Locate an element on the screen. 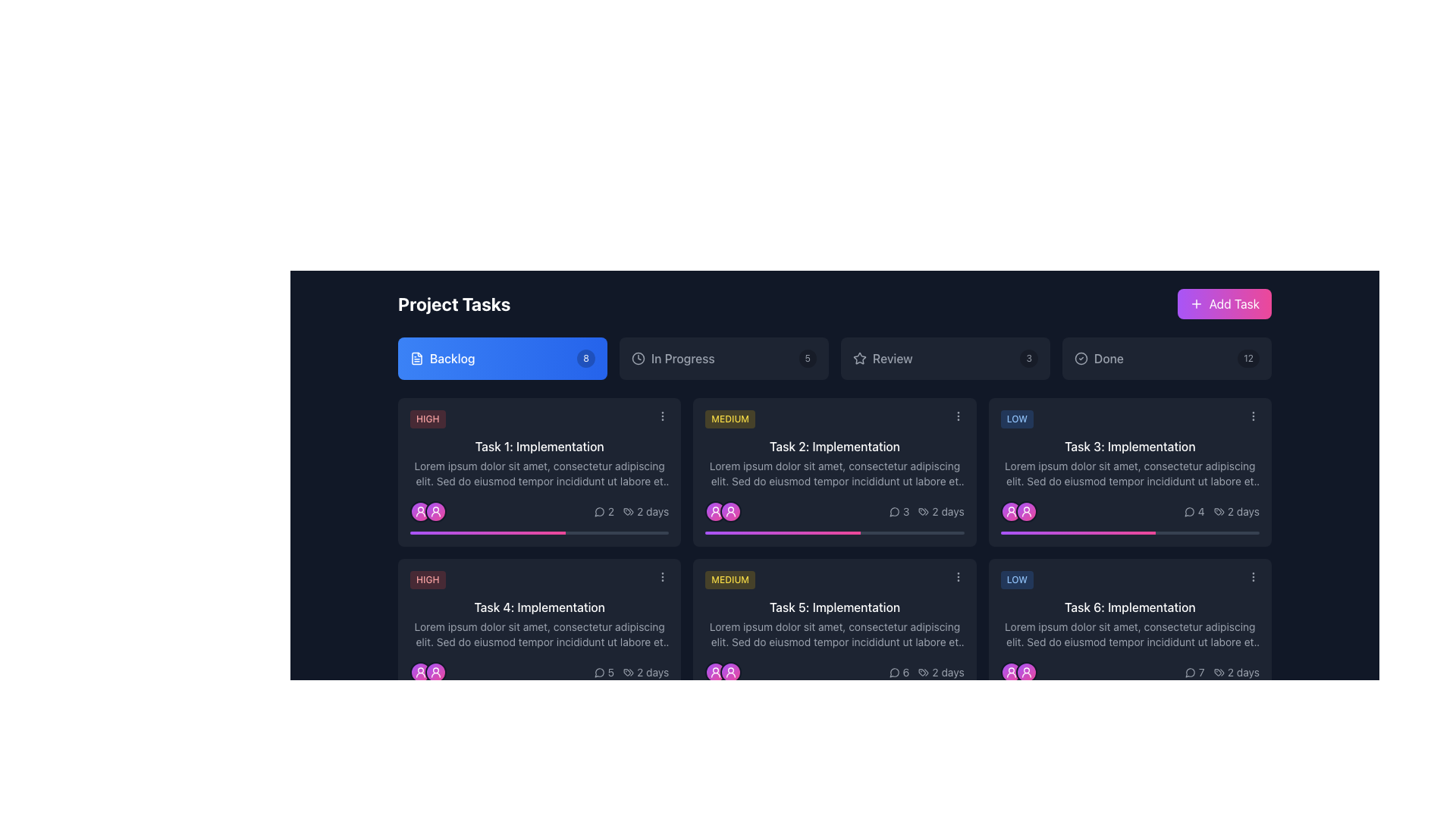 This screenshot has width=1456, height=819. displayed text from the Text label indicating the remaining time or deadline associated with the task, located in the bottom right corner of the task card is located at coordinates (1236, 672).